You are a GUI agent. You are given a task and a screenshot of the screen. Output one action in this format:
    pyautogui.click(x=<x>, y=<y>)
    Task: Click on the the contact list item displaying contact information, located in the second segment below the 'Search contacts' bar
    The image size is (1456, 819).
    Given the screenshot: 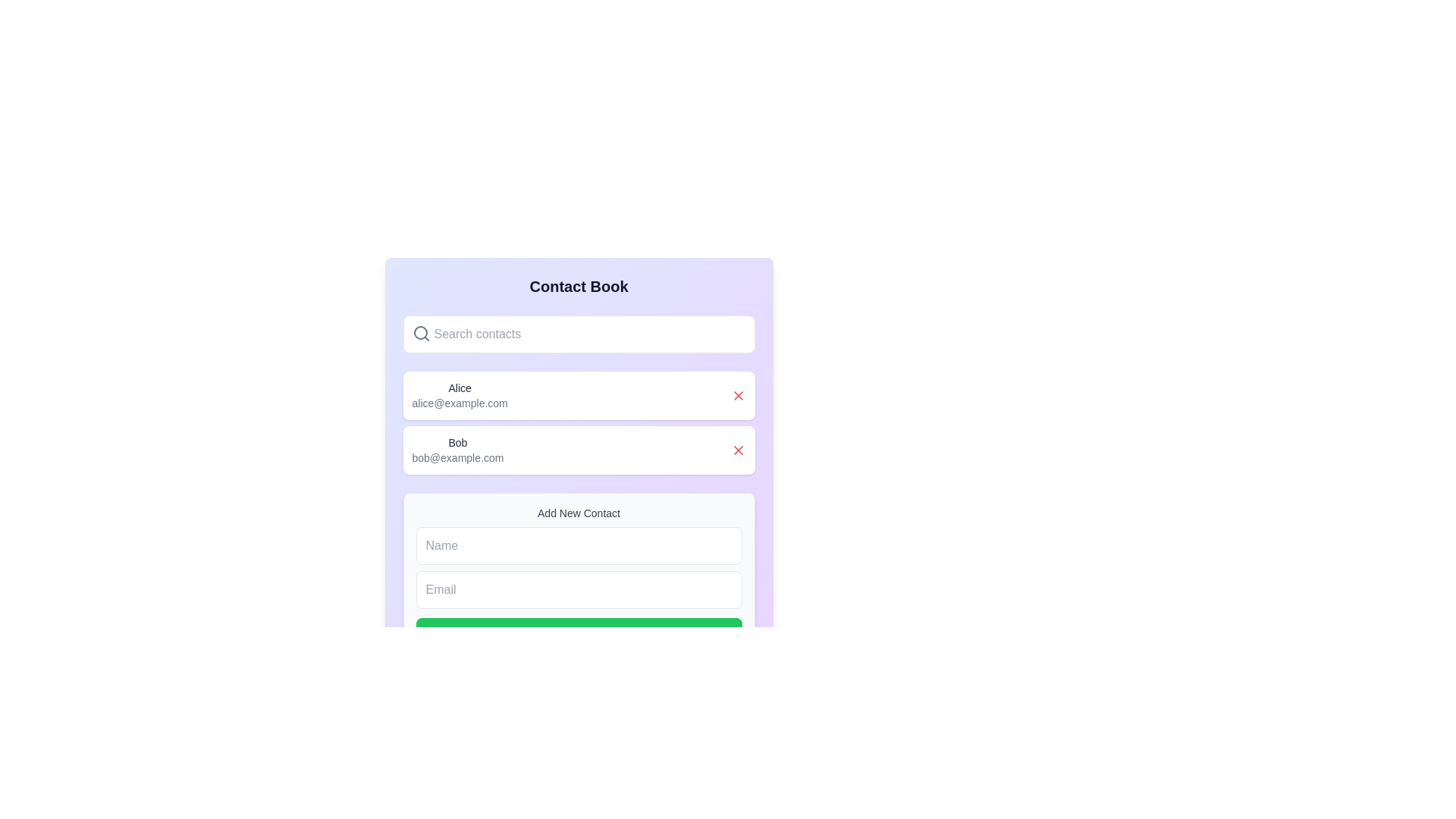 What is the action you would take?
    pyautogui.click(x=458, y=394)
    